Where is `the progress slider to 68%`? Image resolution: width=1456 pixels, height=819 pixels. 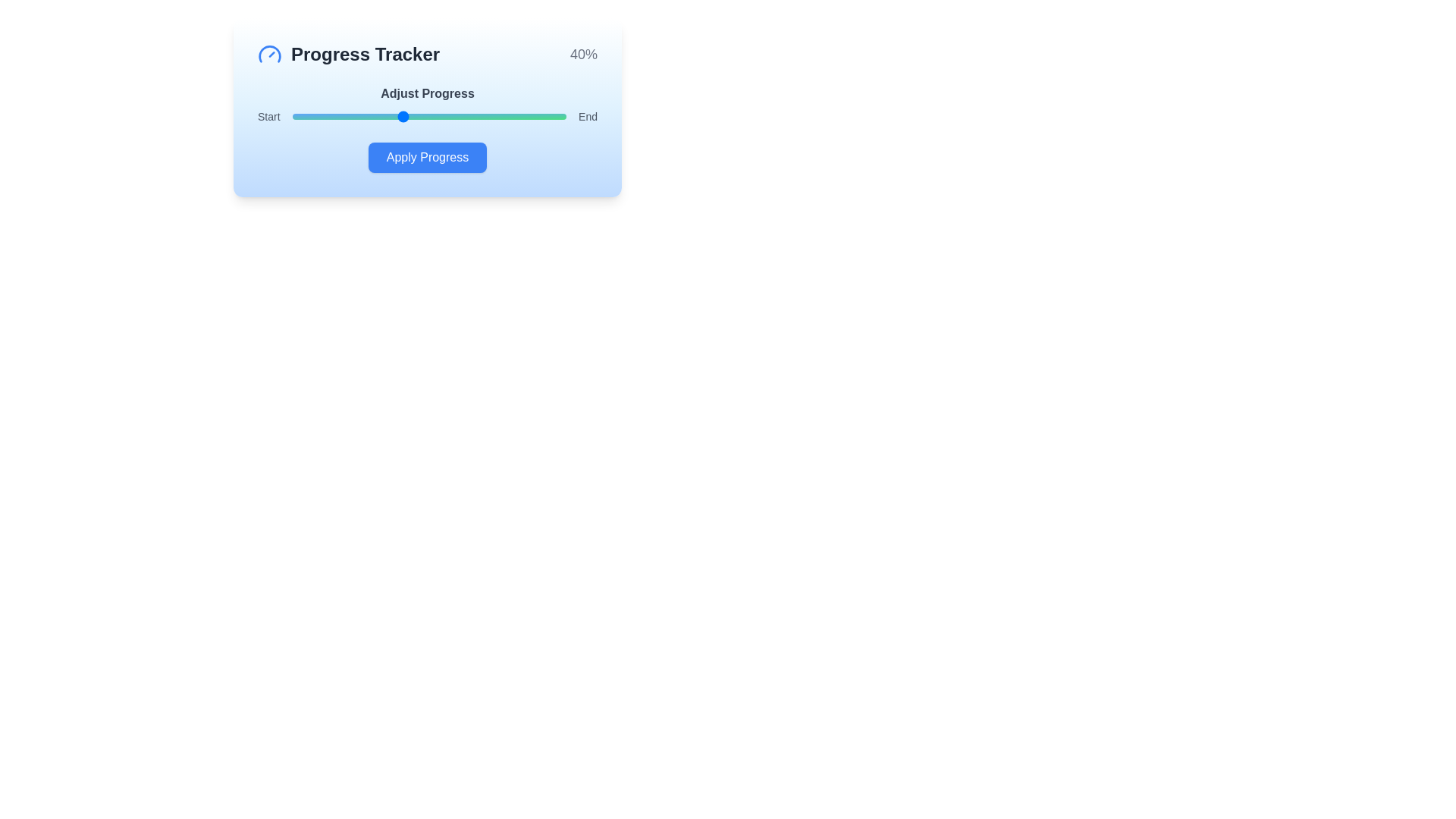
the progress slider to 68% is located at coordinates (478, 116).